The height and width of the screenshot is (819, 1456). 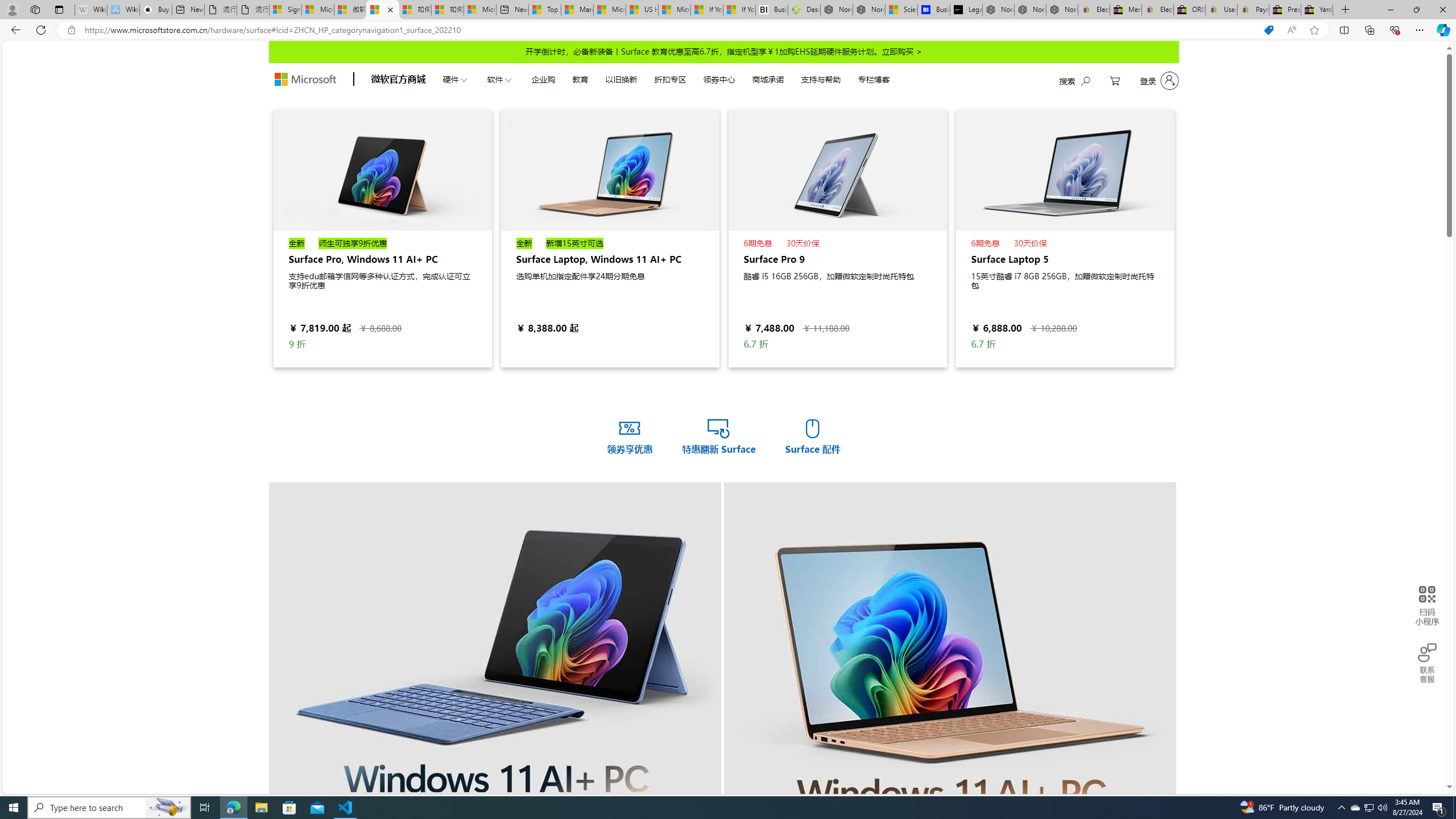 What do you see at coordinates (286, 9) in the screenshot?
I see `'Sign in to your Microsoft account'` at bounding box center [286, 9].